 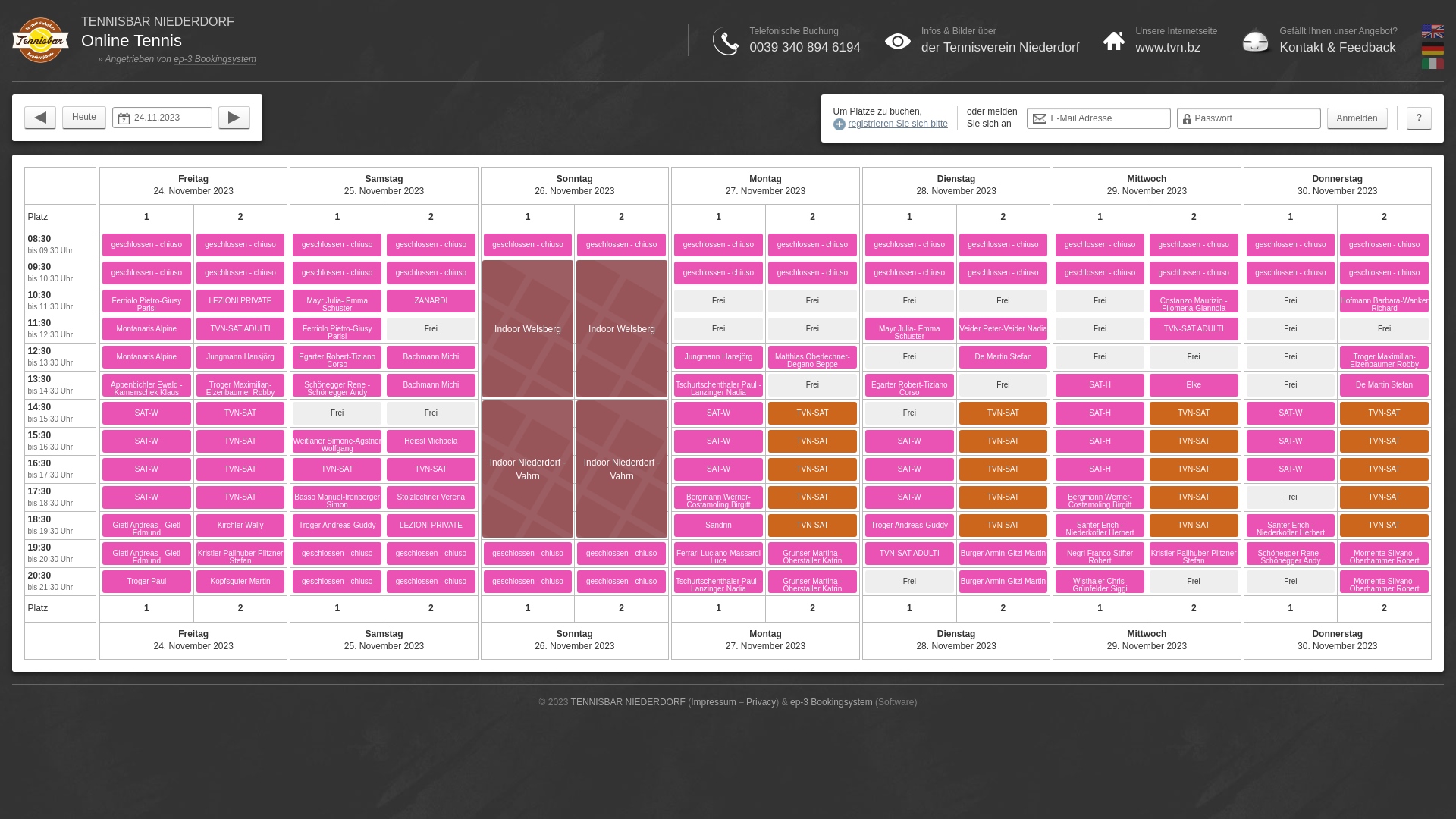 What do you see at coordinates (1384, 553) in the screenshot?
I see `'Momente Silvano-Oberhammer Robert'` at bounding box center [1384, 553].